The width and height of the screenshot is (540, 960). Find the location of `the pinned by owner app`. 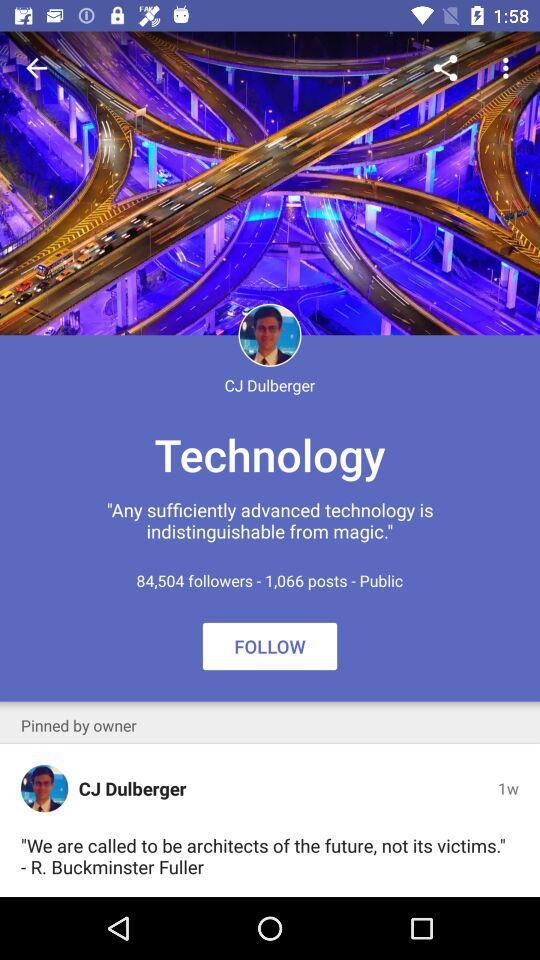

the pinned by owner app is located at coordinates (77, 724).